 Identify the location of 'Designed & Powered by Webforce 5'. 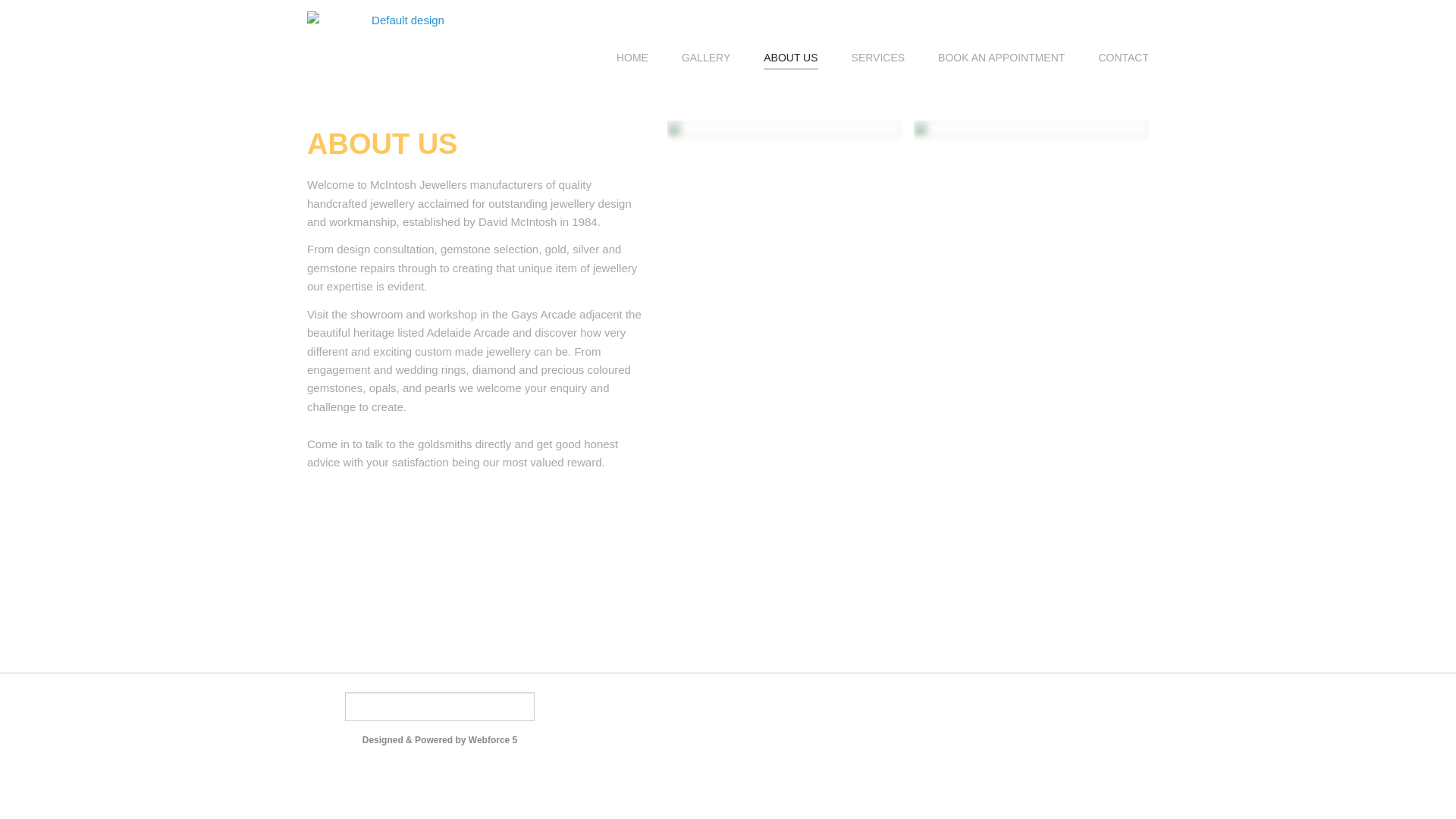
(439, 739).